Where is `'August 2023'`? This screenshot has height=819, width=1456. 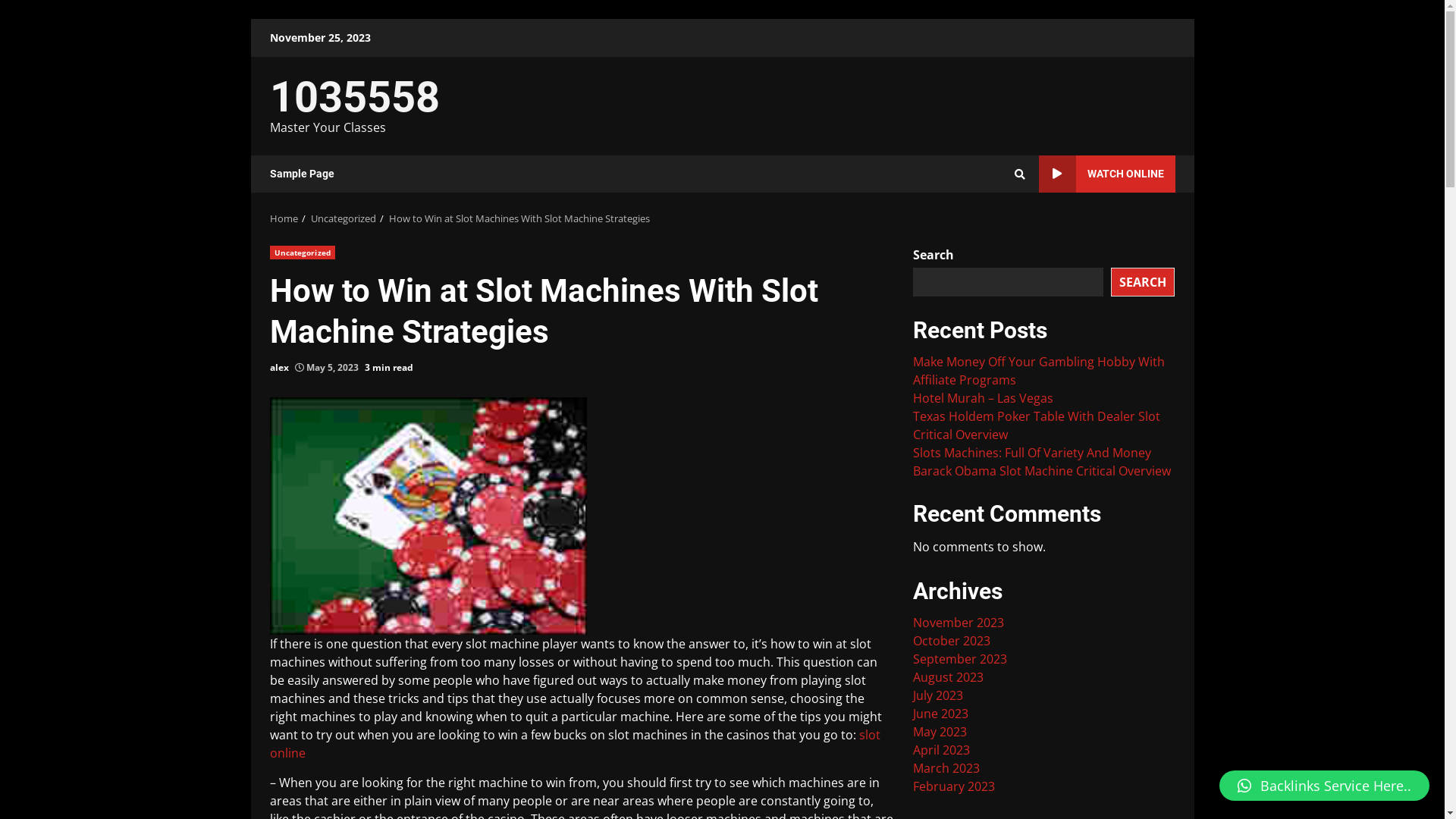
'August 2023' is located at coordinates (947, 676).